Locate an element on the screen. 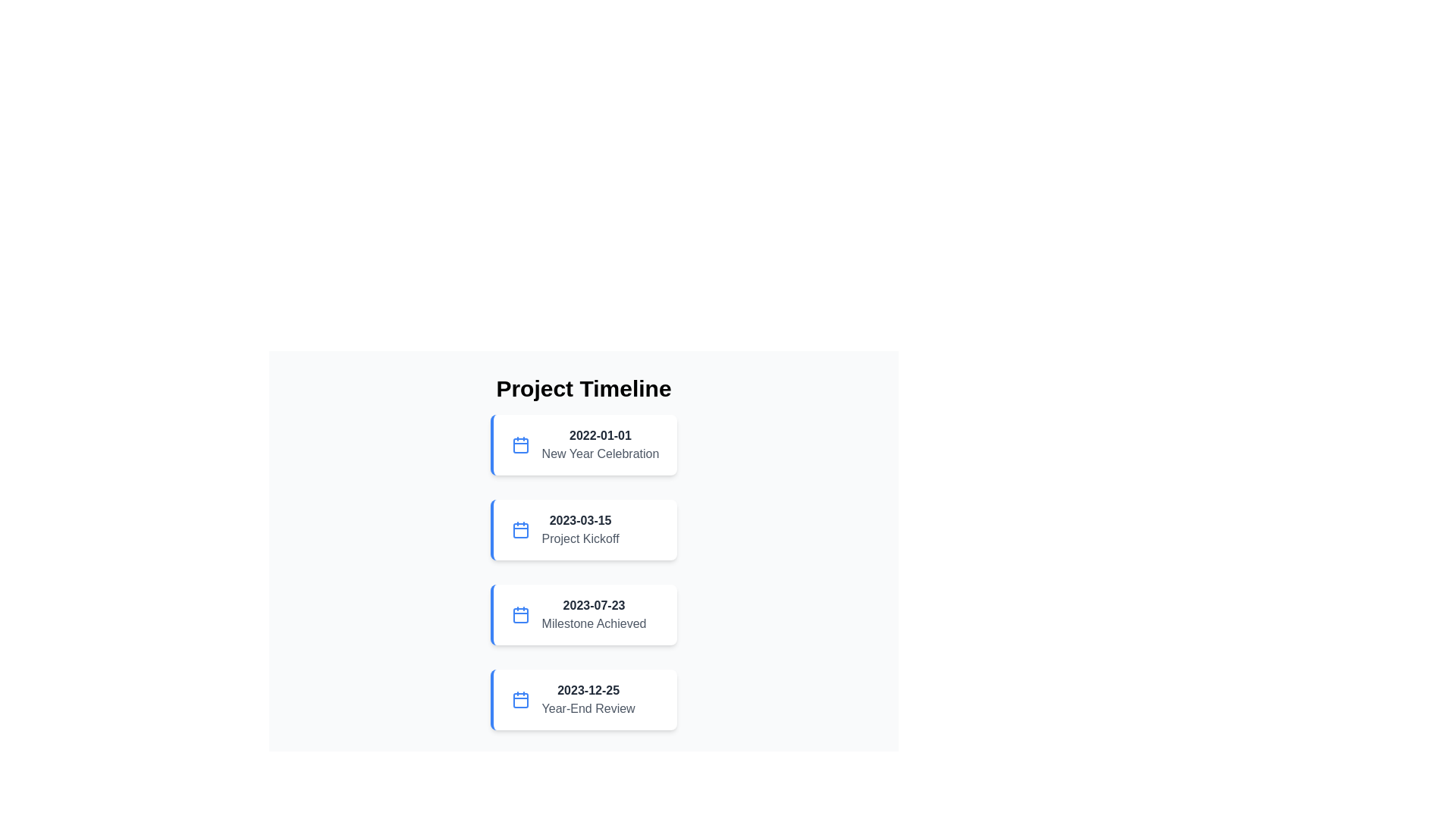  the Text Display element that shows '2023-12-25' is located at coordinates (588, 690).